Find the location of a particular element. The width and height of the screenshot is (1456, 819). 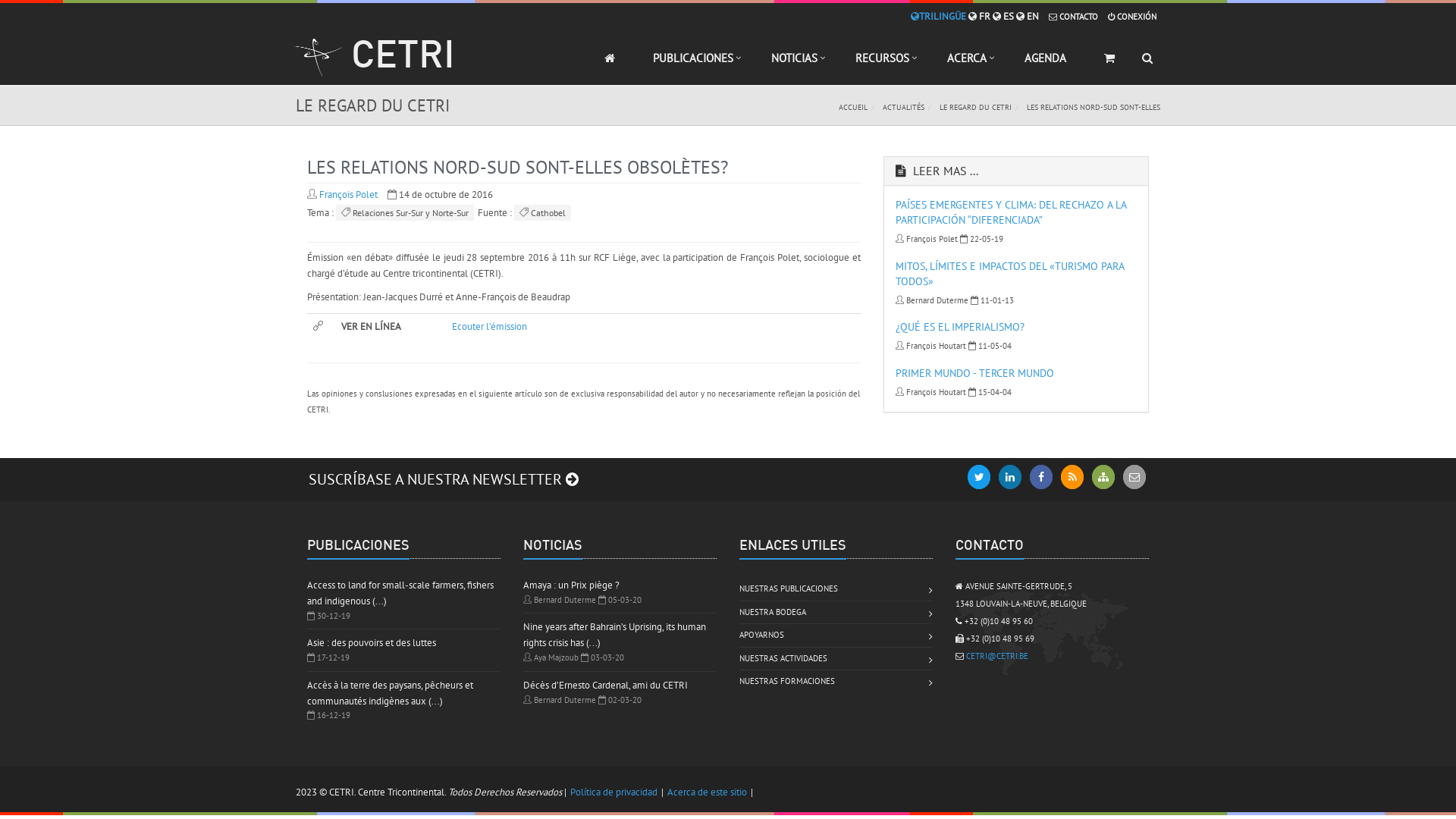

'CETRI' is located at coordinates (373, 61).